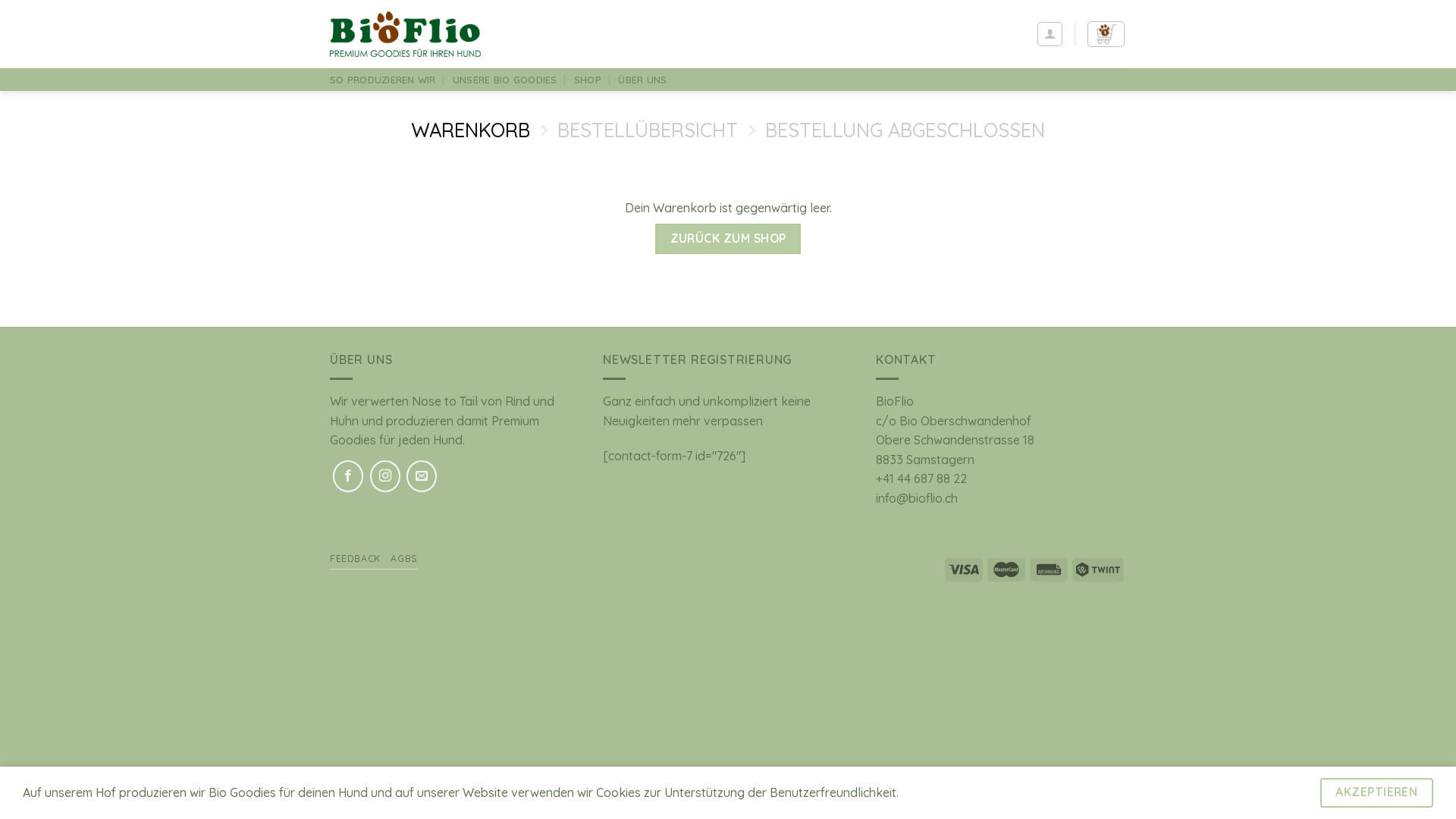  I want to click on 'Warenkorb', so click(1106, 34).